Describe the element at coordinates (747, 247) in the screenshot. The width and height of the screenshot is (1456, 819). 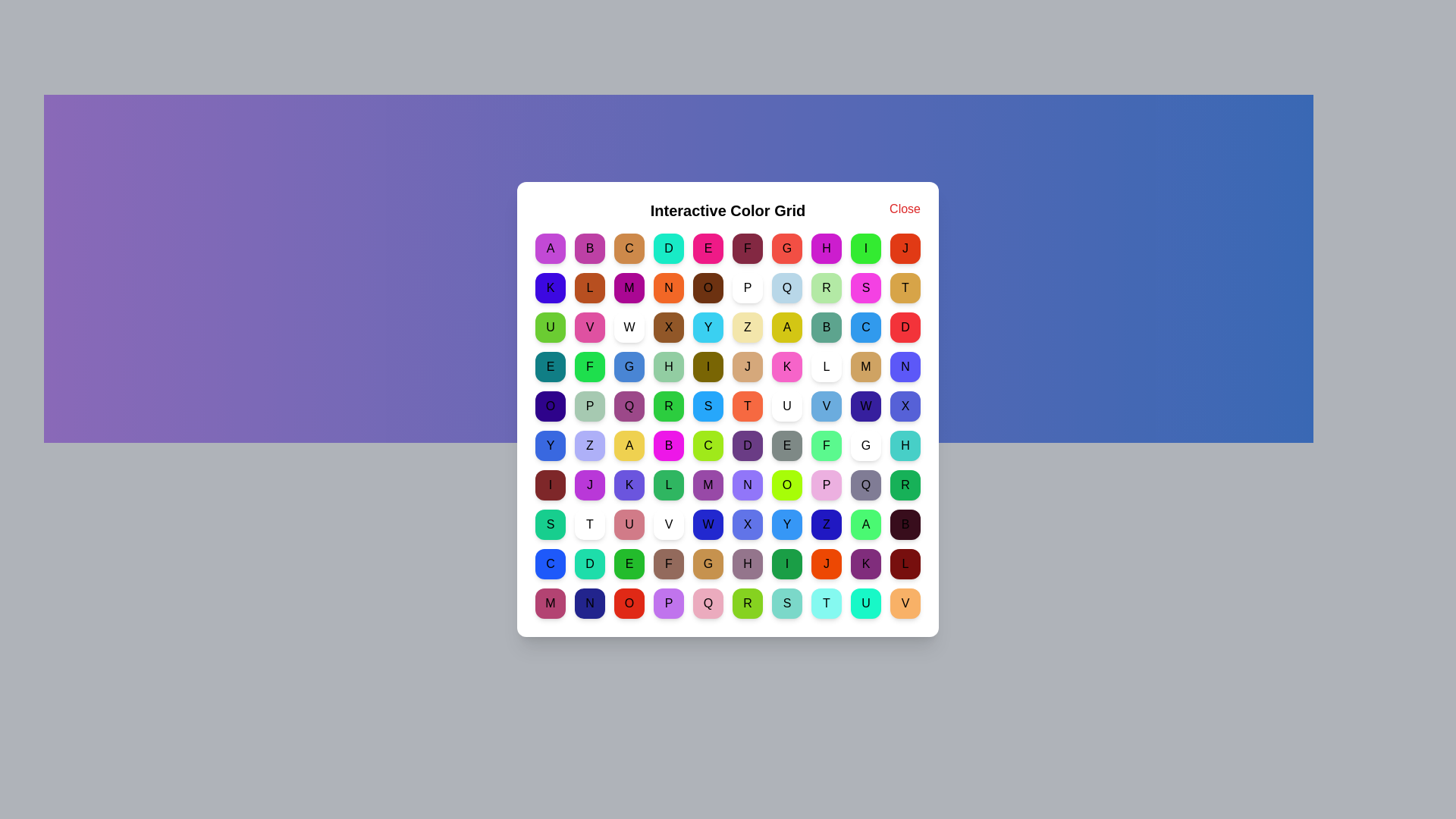
I see `the grid cell labeled F to view its color message` at that location.